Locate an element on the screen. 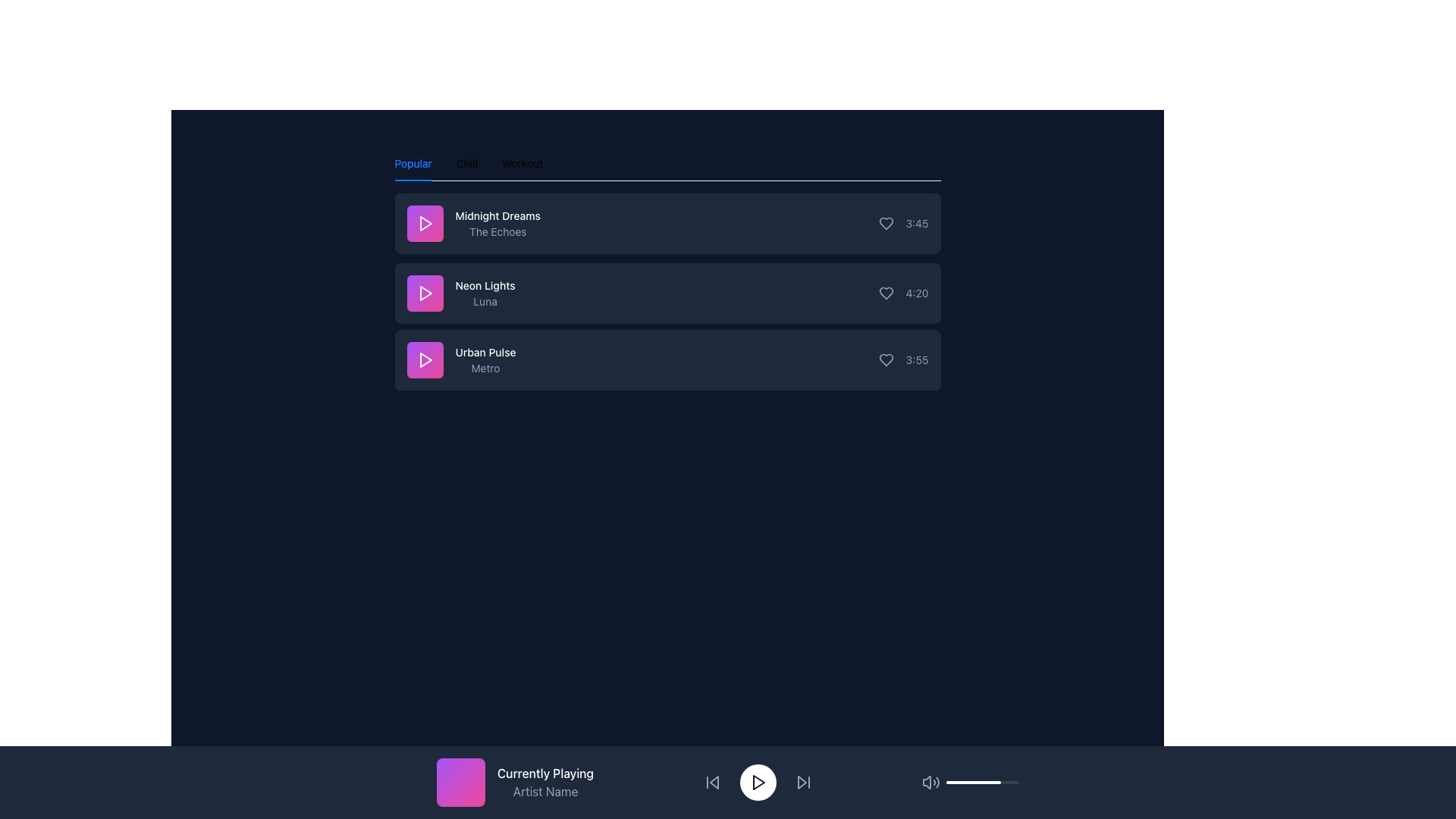 The image size is (1456, 819). the 'Chill' tab in the navigation bar is located at coordinates (468, 164).